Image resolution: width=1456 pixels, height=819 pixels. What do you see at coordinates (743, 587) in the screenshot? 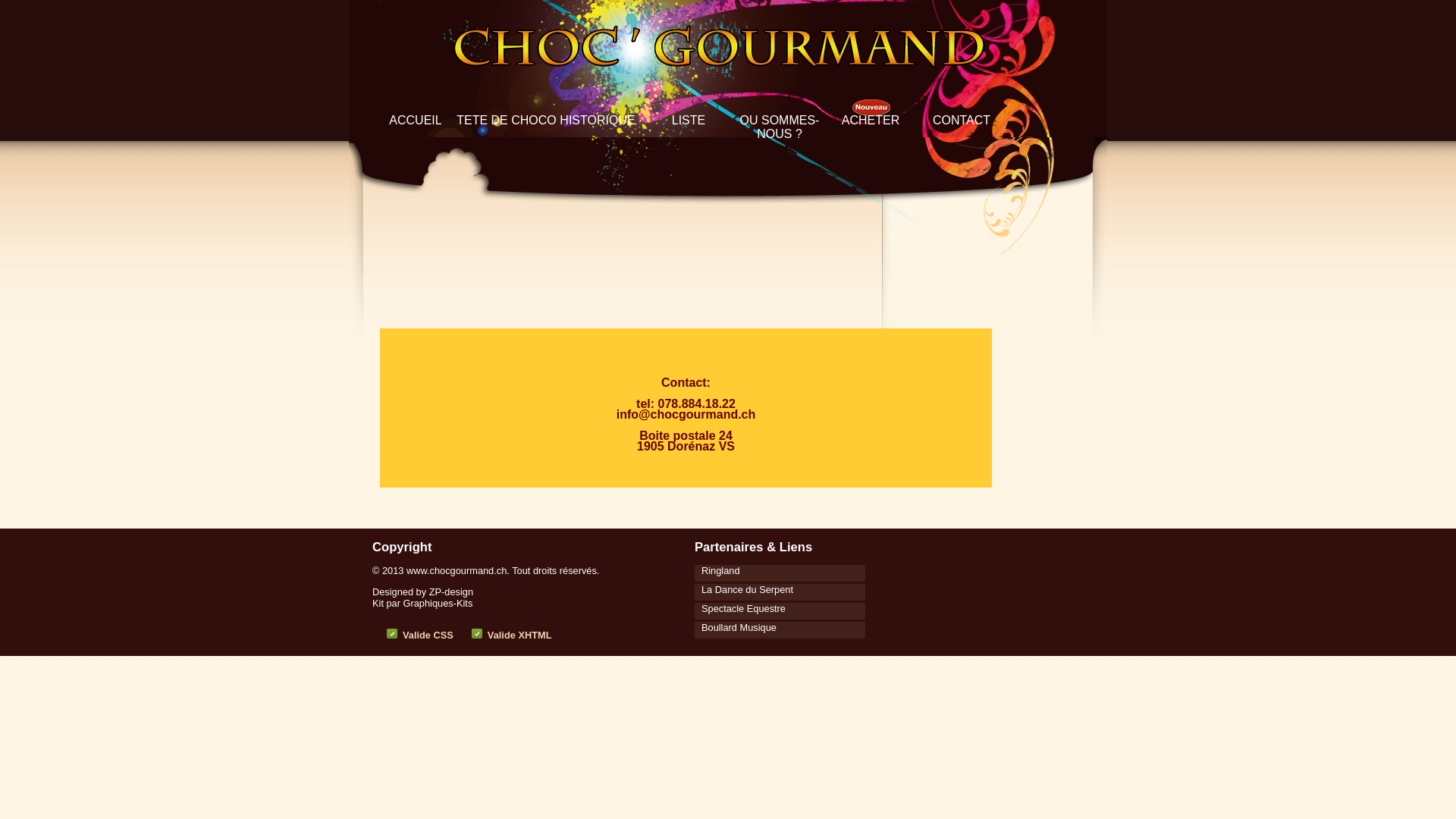
I see `'La Dance du Serpent'` at bounding box center [743, 587].